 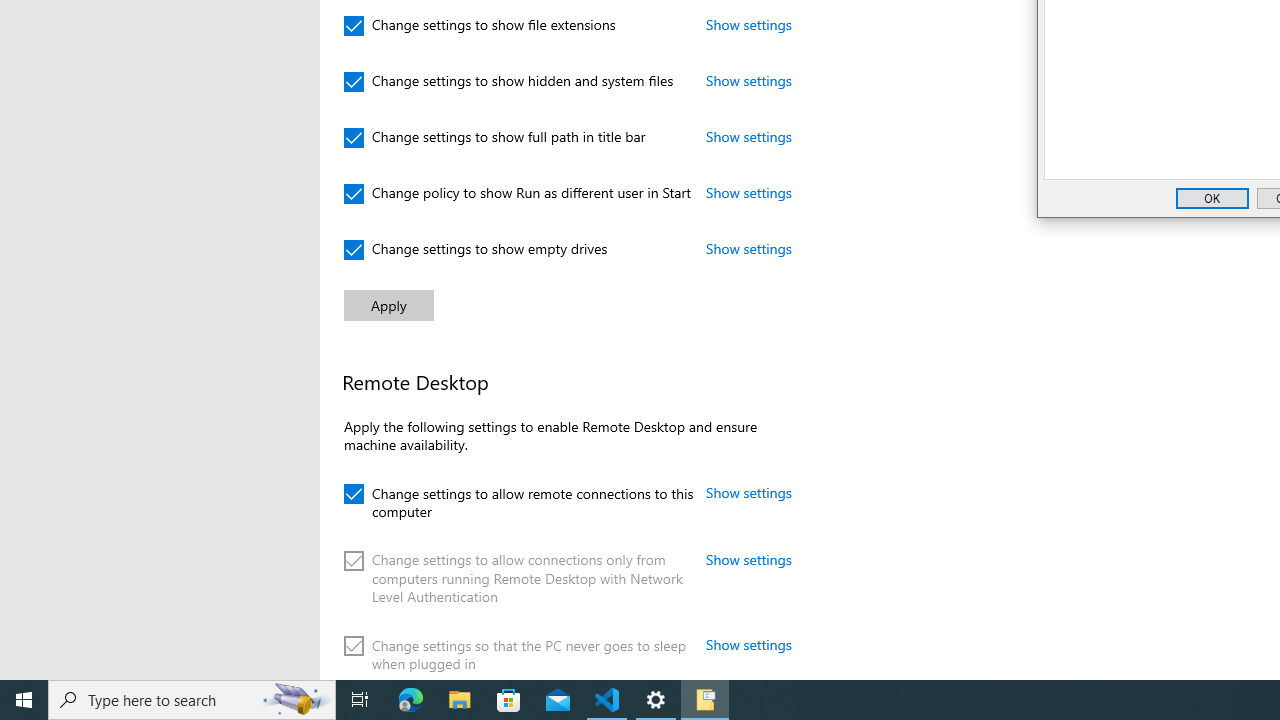 I want to click on 'OK', so click(x=1211, y=198).